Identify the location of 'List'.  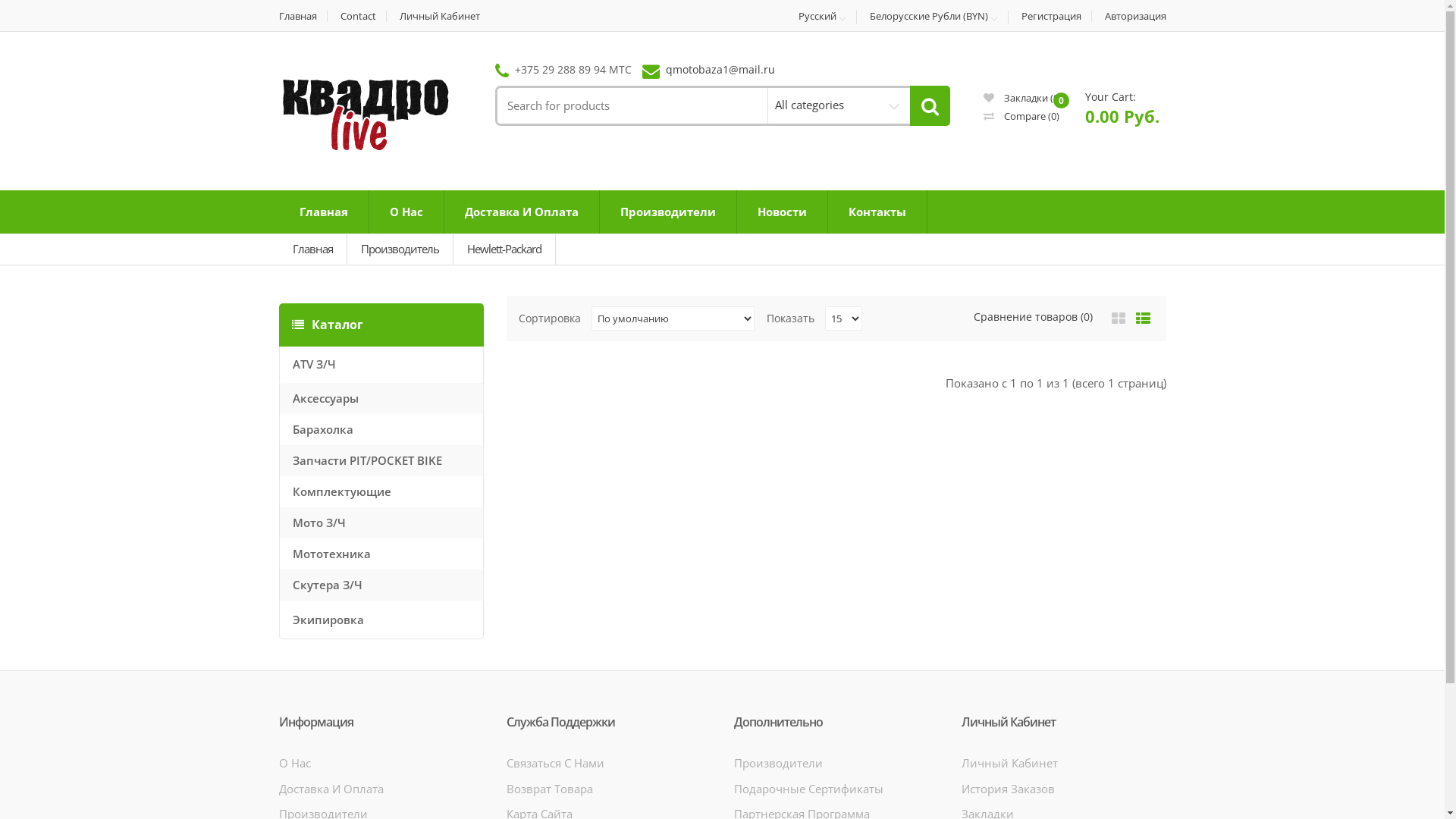
(1142, 318).